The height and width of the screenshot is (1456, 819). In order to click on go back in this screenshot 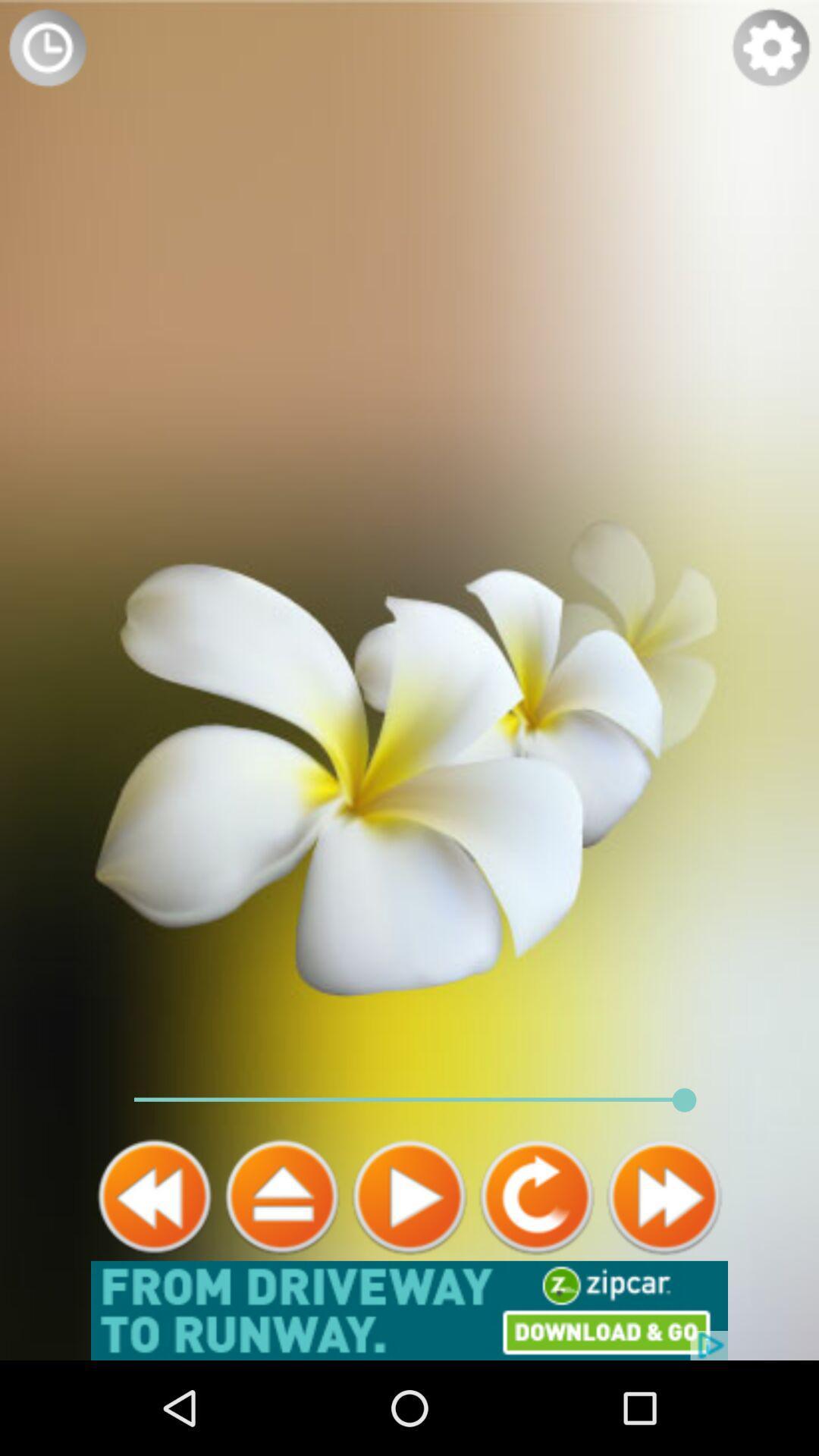, I will do `click(155, 1196)`.